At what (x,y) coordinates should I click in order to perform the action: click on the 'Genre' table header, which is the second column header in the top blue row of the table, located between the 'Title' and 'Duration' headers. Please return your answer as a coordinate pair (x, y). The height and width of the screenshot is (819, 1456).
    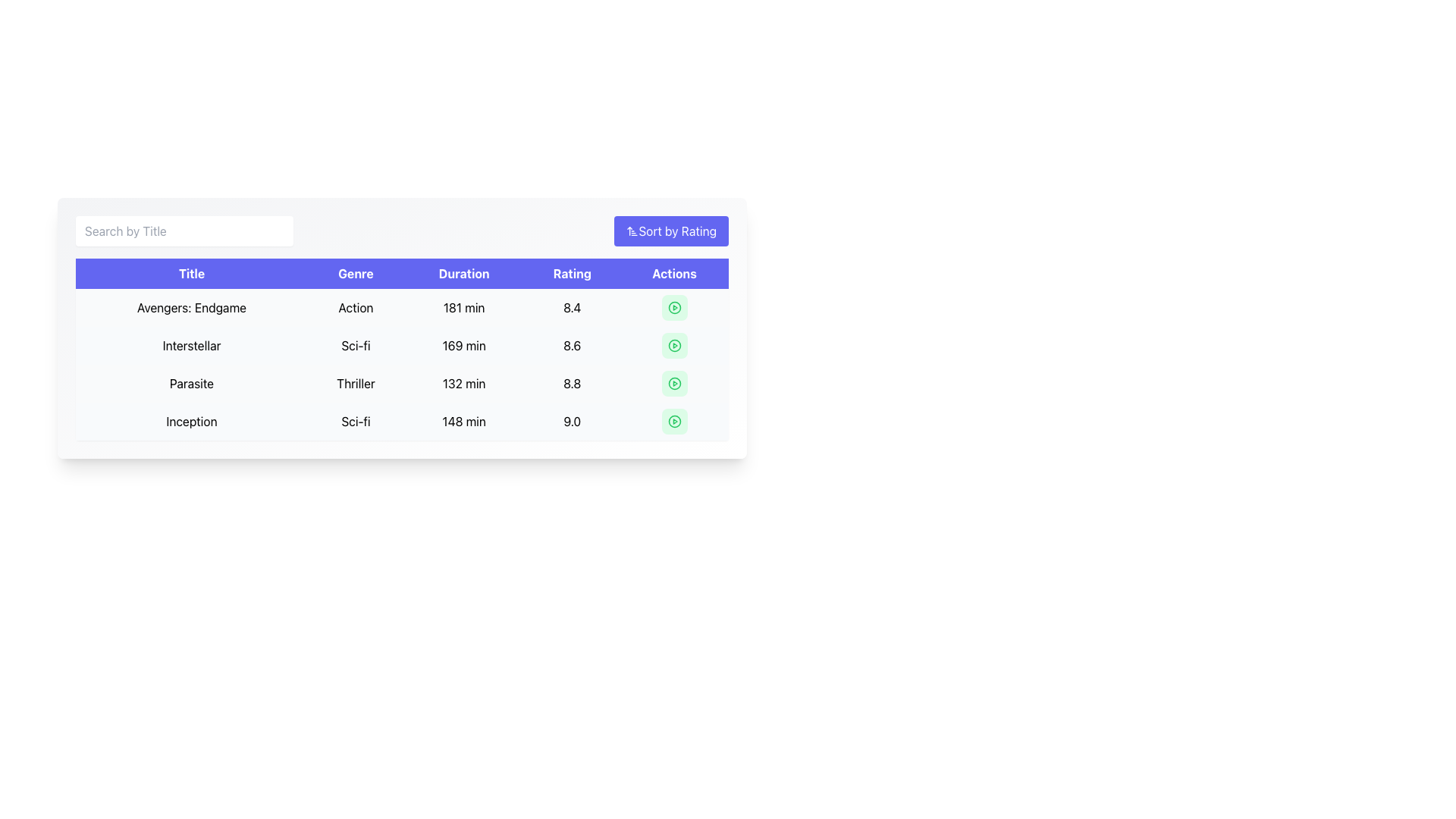
    Looking at the image, I should click on (355, 274).